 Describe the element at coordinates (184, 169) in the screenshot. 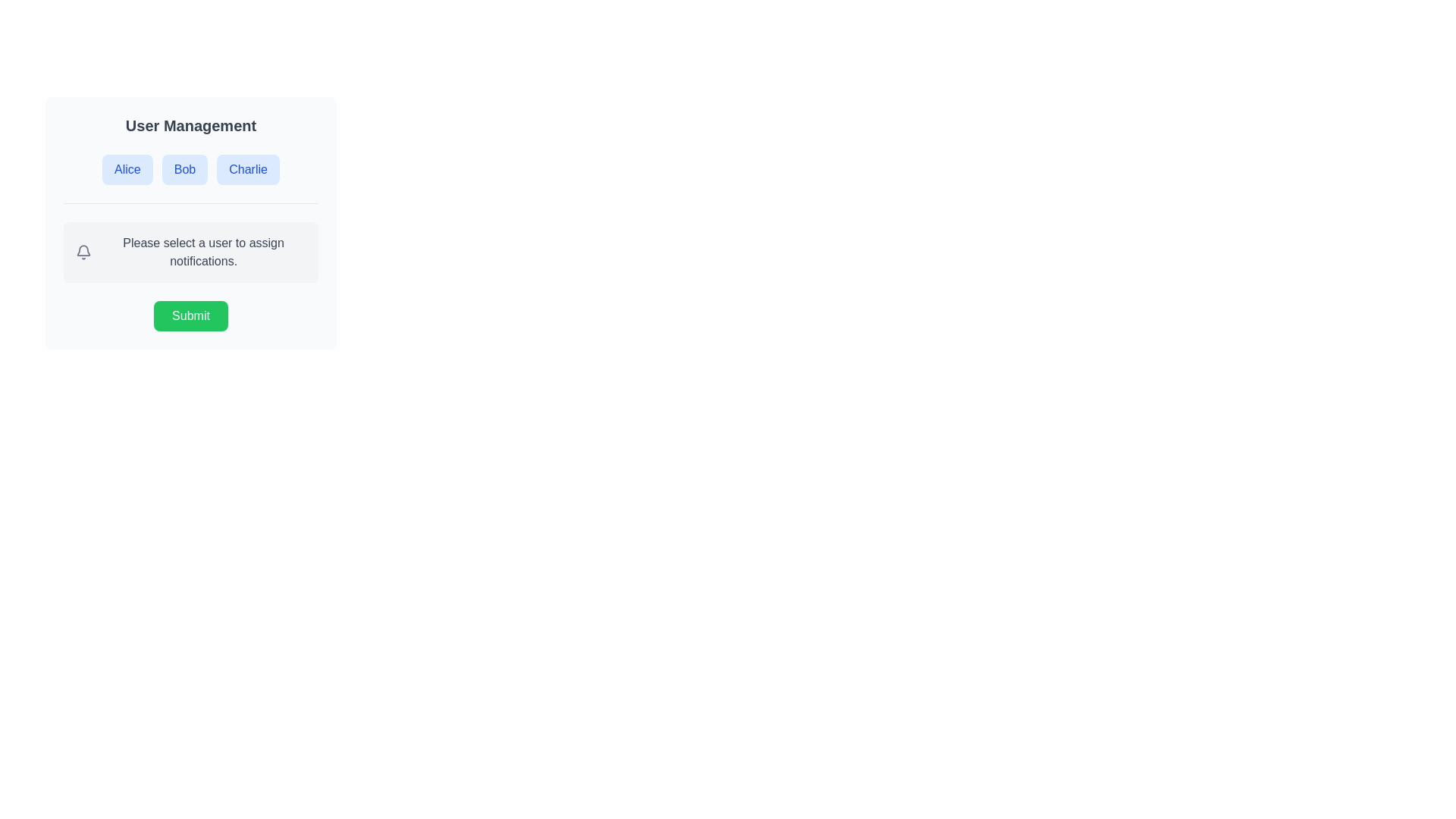

I see `the button labeled 'Bob', which is the second button from the left in the 'User Management' section` at that location.